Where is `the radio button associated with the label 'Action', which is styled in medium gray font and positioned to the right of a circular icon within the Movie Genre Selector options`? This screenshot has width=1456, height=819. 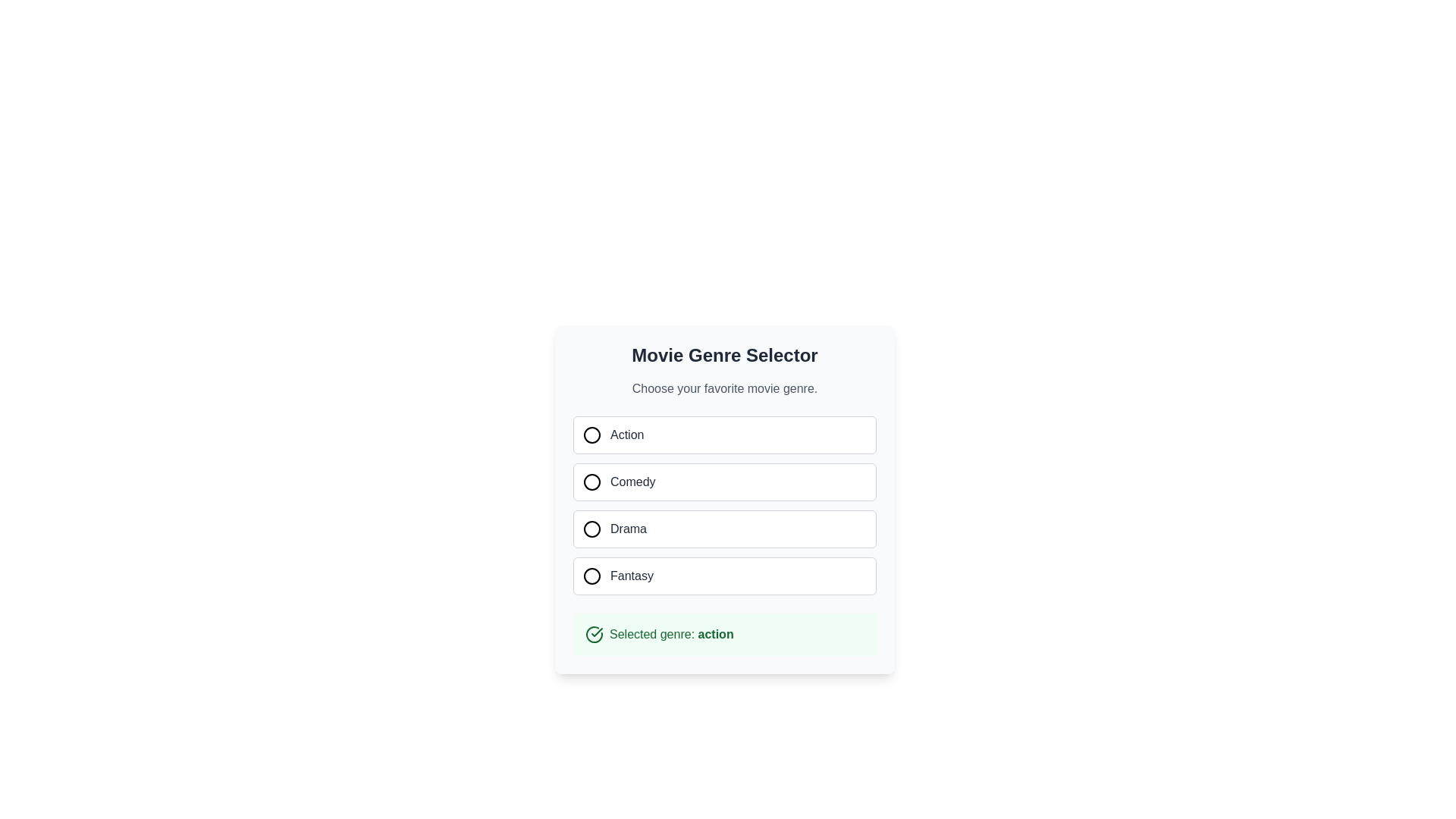 the radio button associated with the label 'Action', which is styled in medium gray font and positioned to the right of a circular icon within the Movie Genre Selector options is located at coordinates (613, 435).